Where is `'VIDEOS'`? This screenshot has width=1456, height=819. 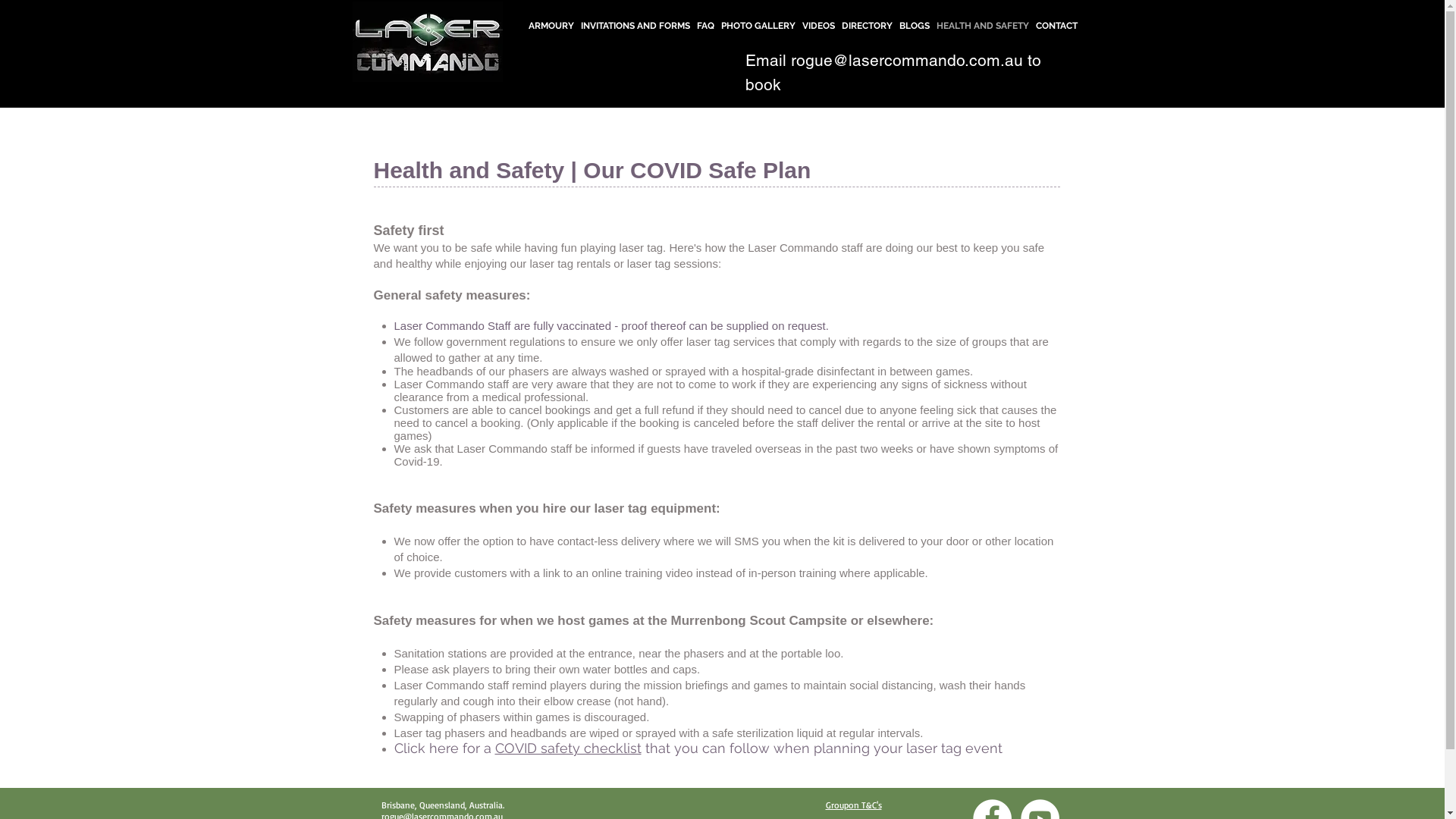
'VIDEOS' is located at coordinates (818, 26).